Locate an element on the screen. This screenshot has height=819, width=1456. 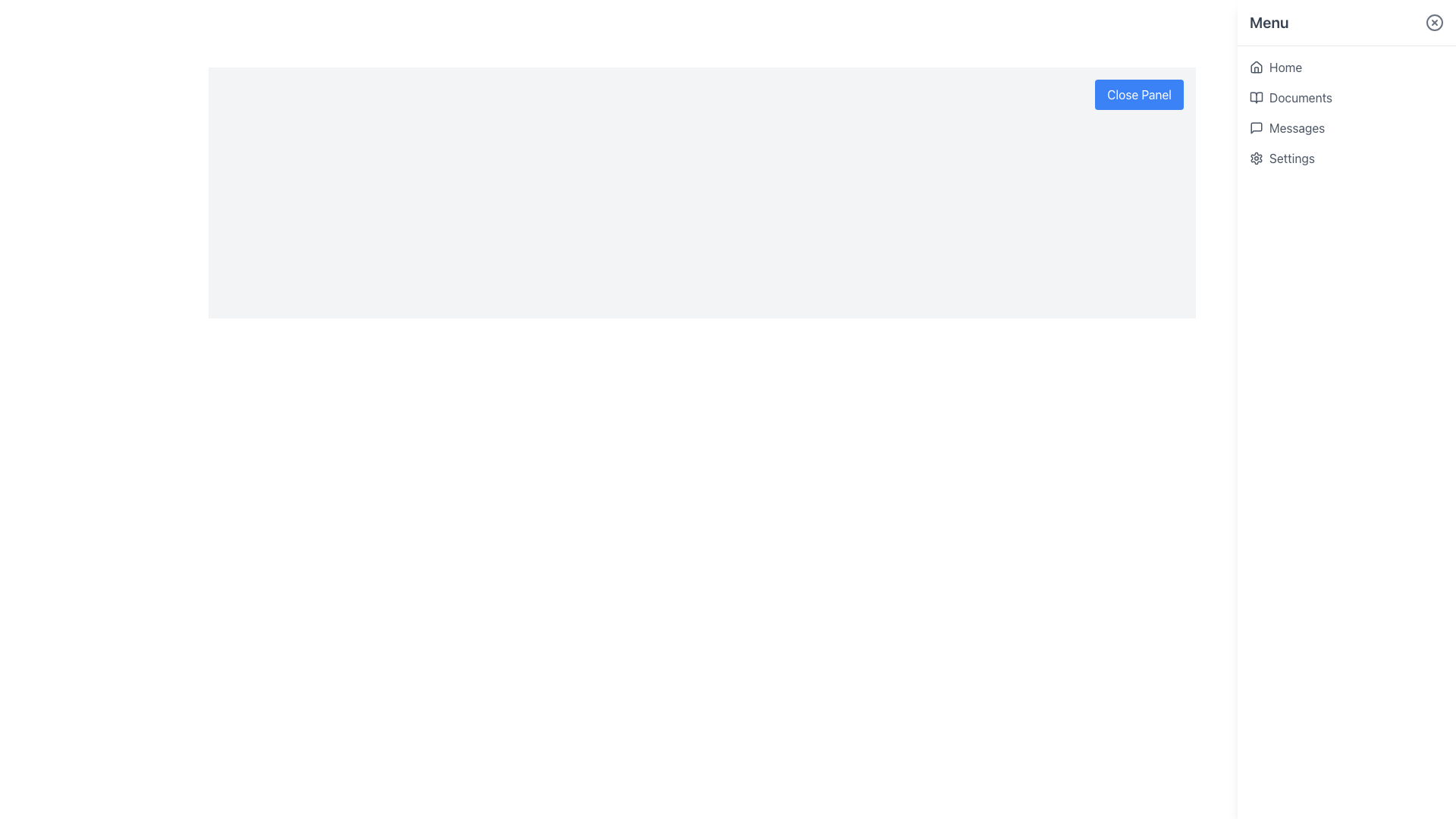
the house-shaped icon next to the text 'Home' in the vertical menu layout is located at coordinates (1256, 66).